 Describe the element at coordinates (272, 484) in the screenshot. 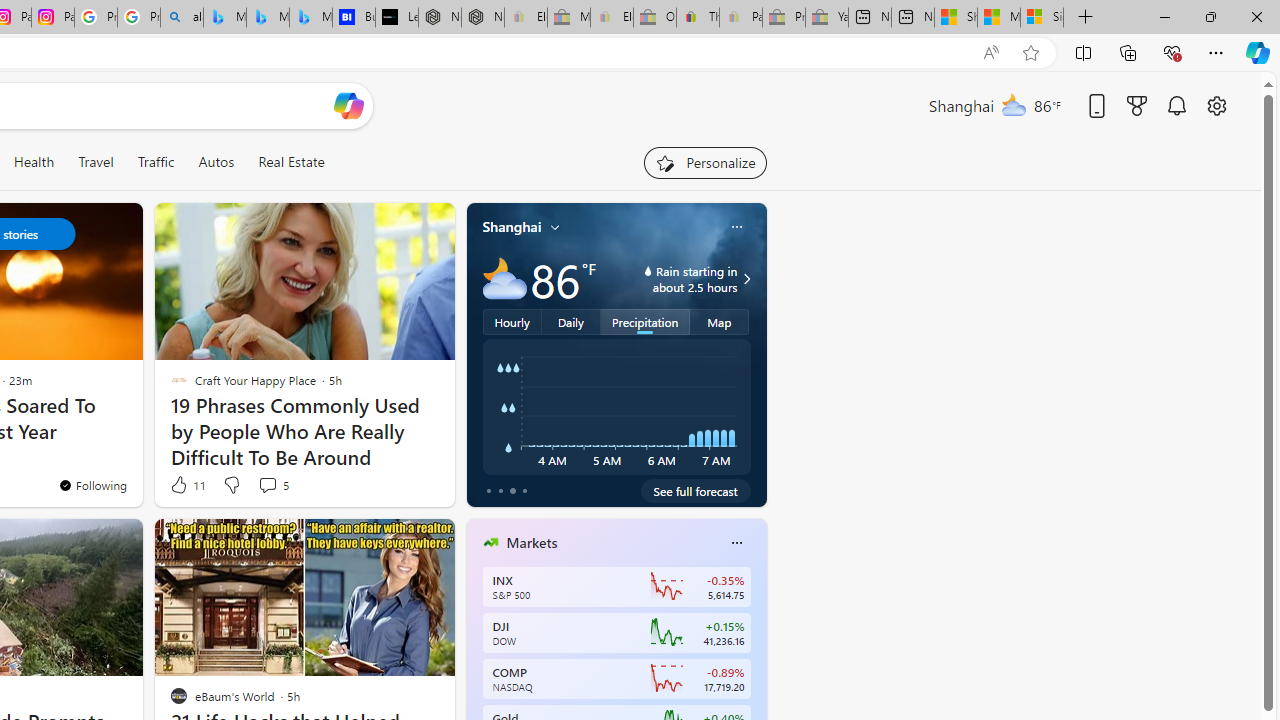

I see `'View comments 5 Comment'` at that location.